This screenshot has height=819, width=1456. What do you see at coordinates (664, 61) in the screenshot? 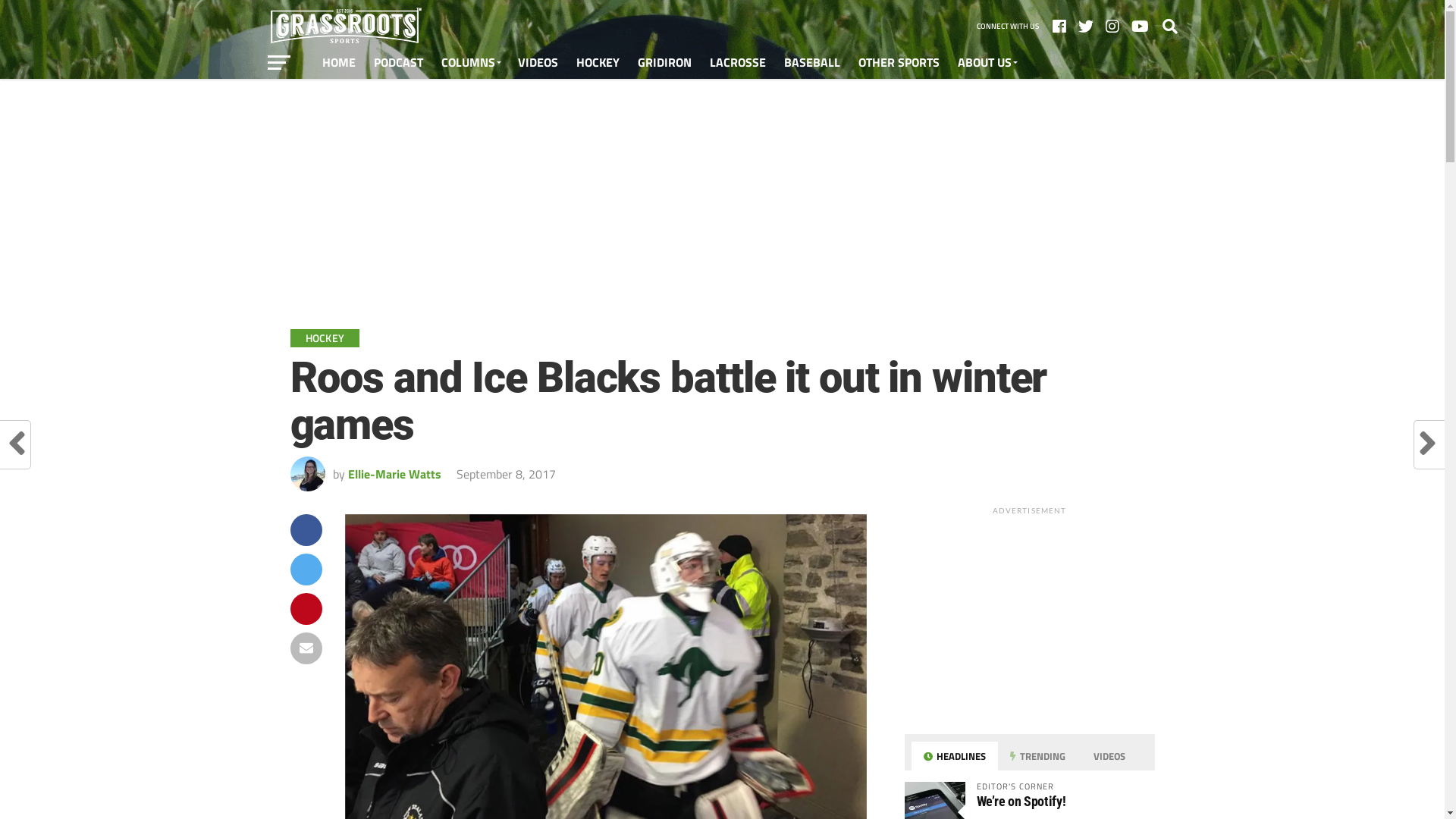
I see `'GRIDIRON'` at bounding box center [664, 61].